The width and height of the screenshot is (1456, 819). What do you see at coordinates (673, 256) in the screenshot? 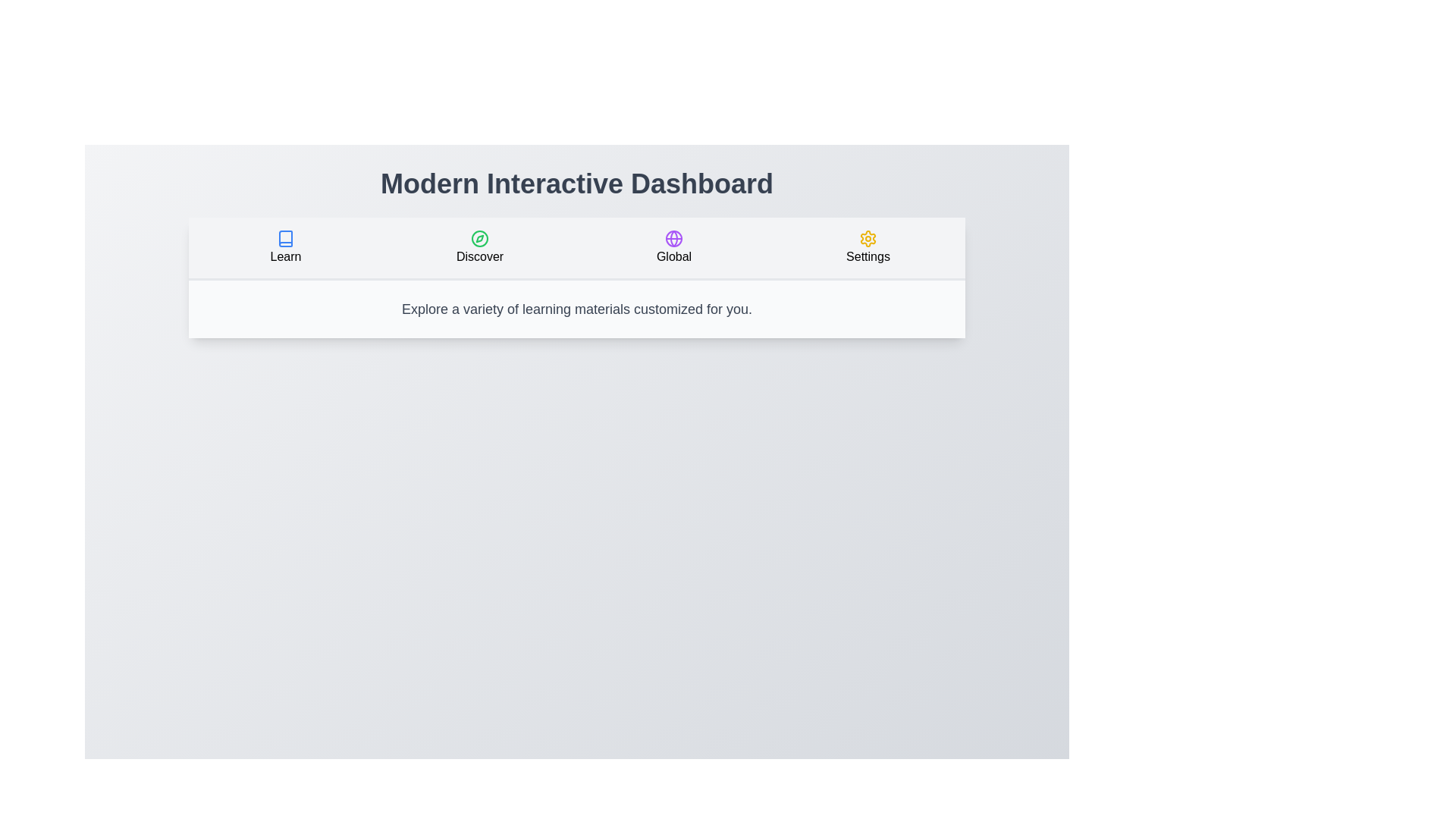
I see `the third text label in the horizontal navigation bar, which is positioned centrally between 'Discover' and 'Settings', for interaction` at bounding box center [673, 256].